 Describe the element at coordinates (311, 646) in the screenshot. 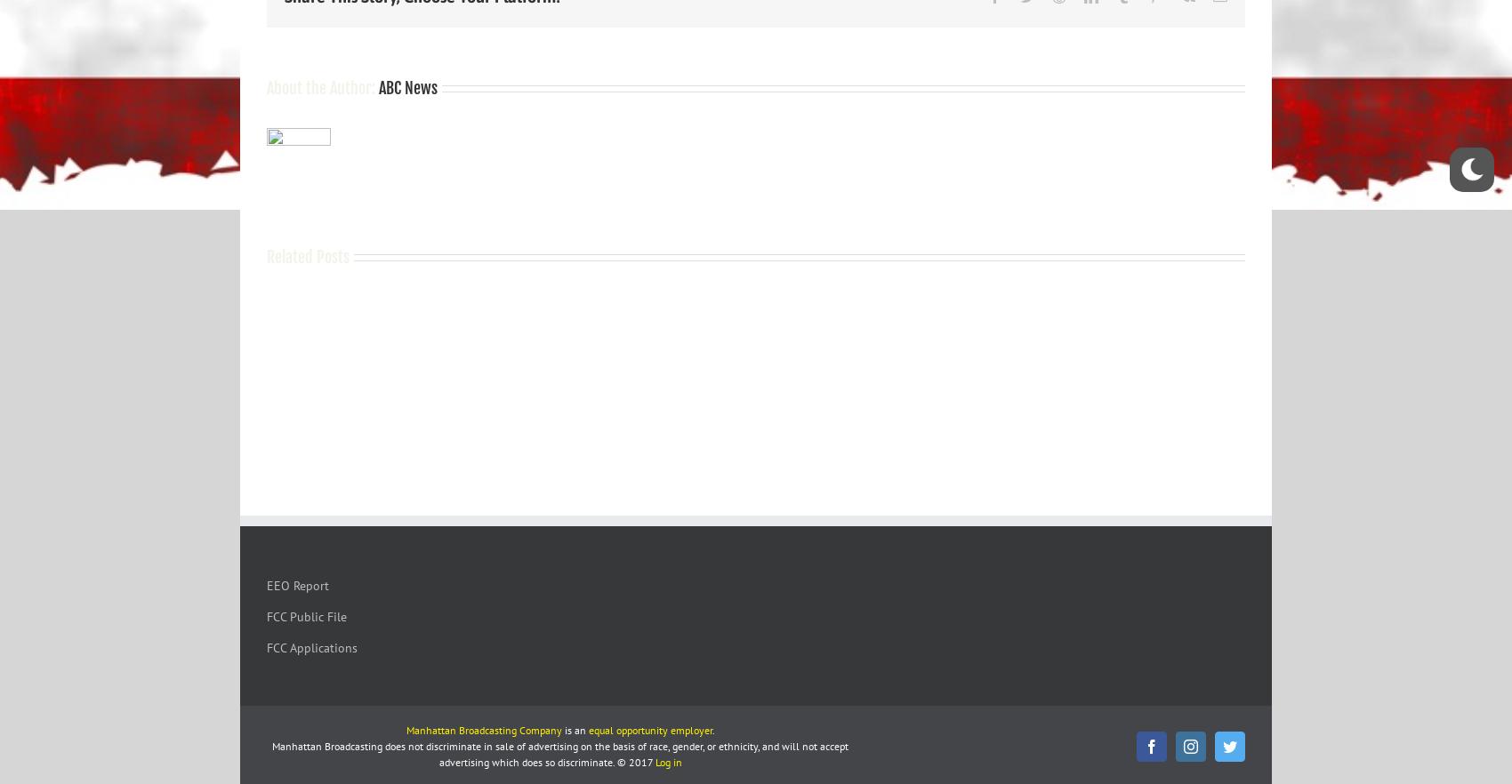

I see `'FCC Applications'` at that location.